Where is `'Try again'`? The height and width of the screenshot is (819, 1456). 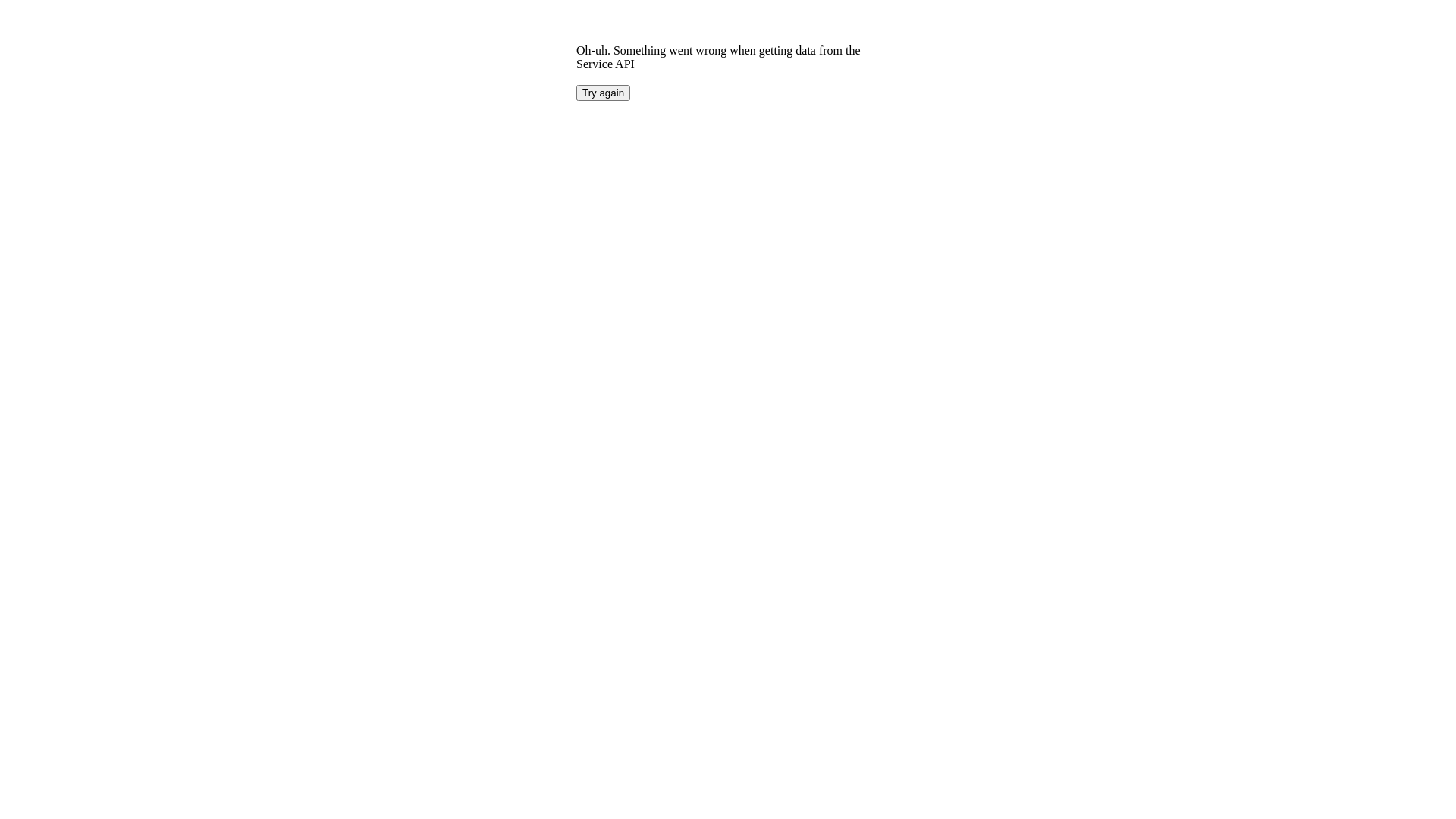
'Try again' is located at coordinates (602, 93).